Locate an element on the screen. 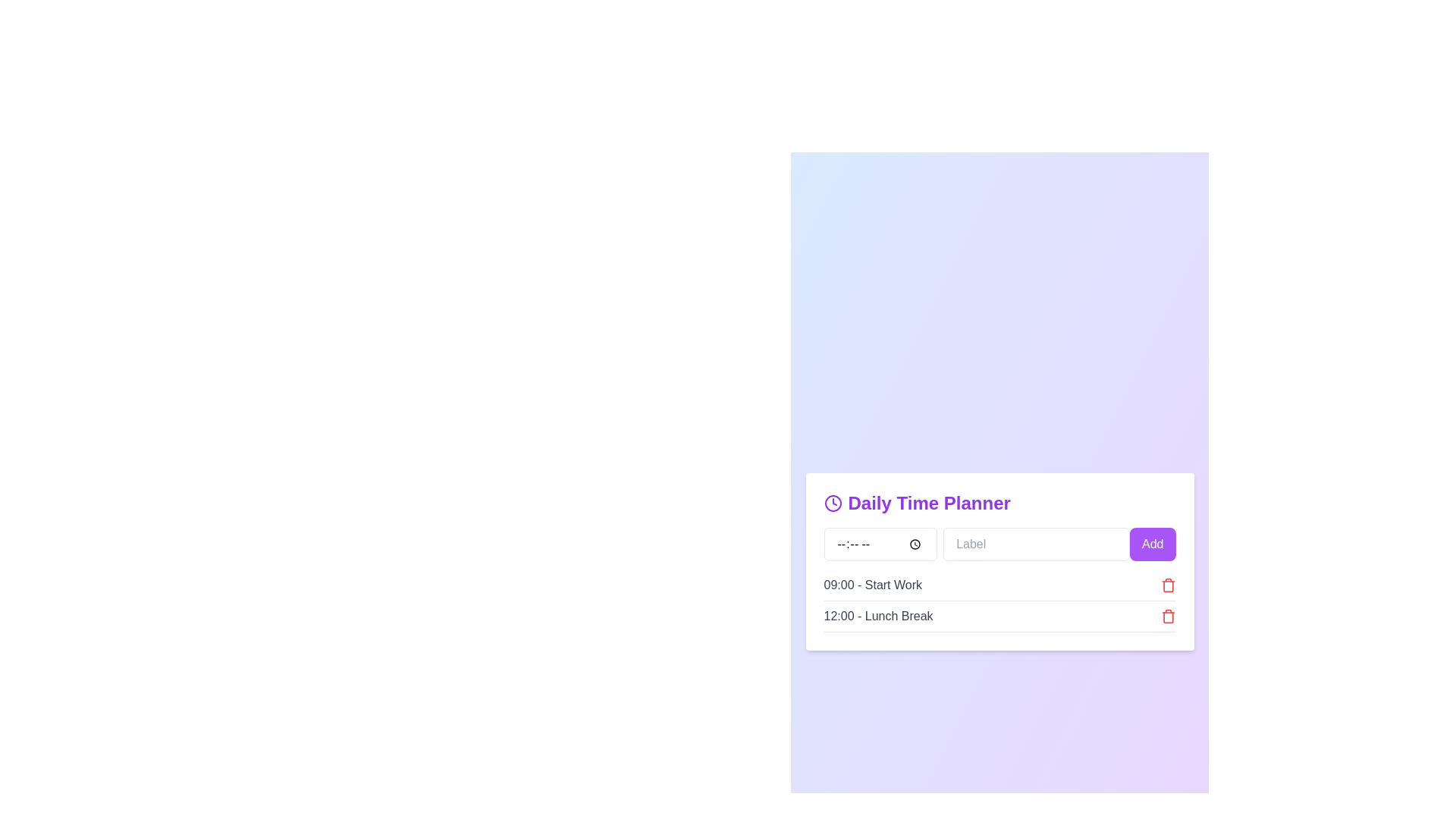 The height and width of the screenshot is (819, 1456). the icon button located to the far right of the '12:00 - Lunch Break' row to observe potential additional effects, such as a tooltip is located at coordinates (1167, 617).